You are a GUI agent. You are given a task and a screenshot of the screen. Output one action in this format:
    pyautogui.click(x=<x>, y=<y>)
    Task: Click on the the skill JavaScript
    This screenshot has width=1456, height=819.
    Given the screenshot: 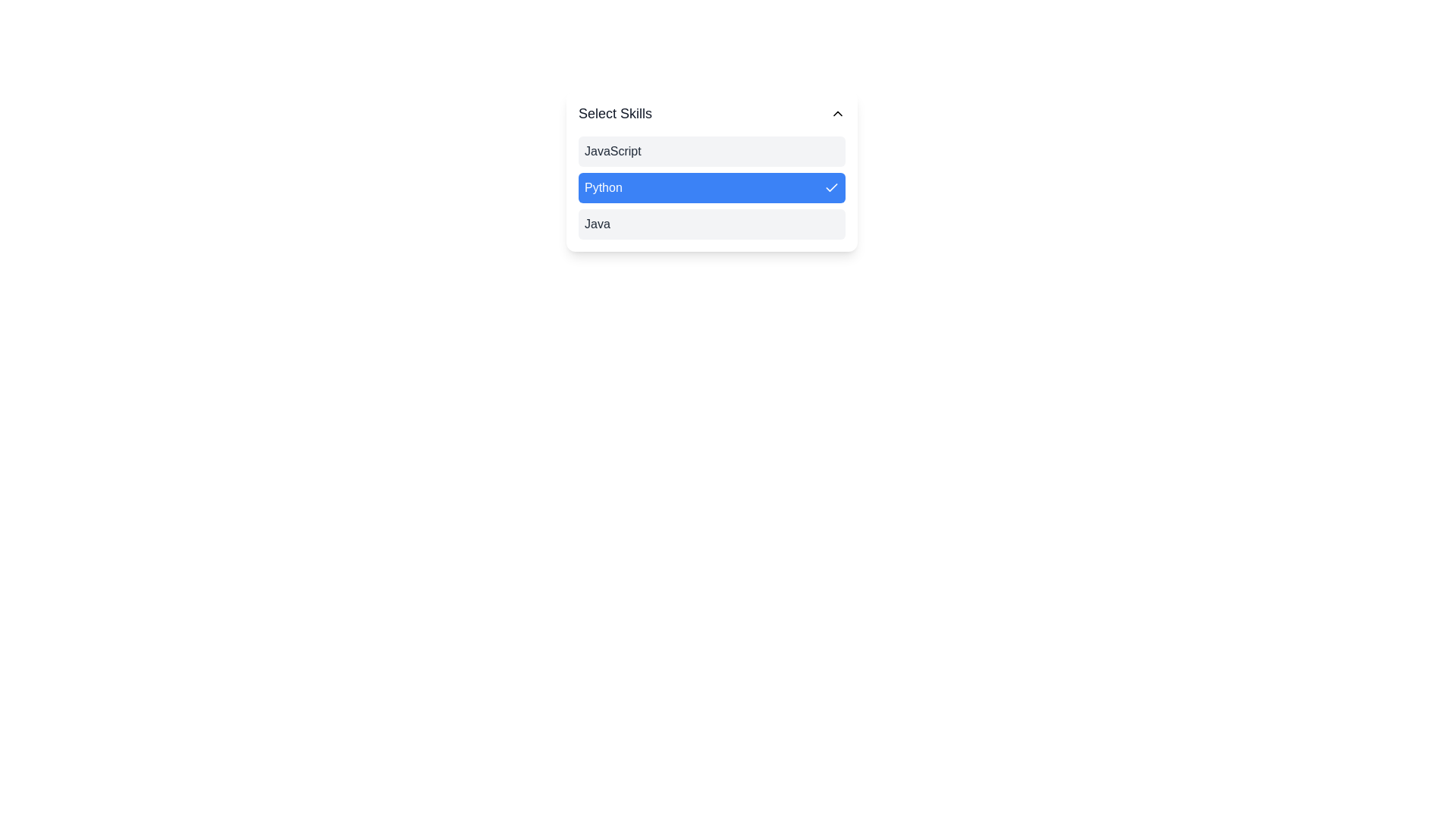 What is the action you would take?
    pyautogui.click(x=711, y=152)
    